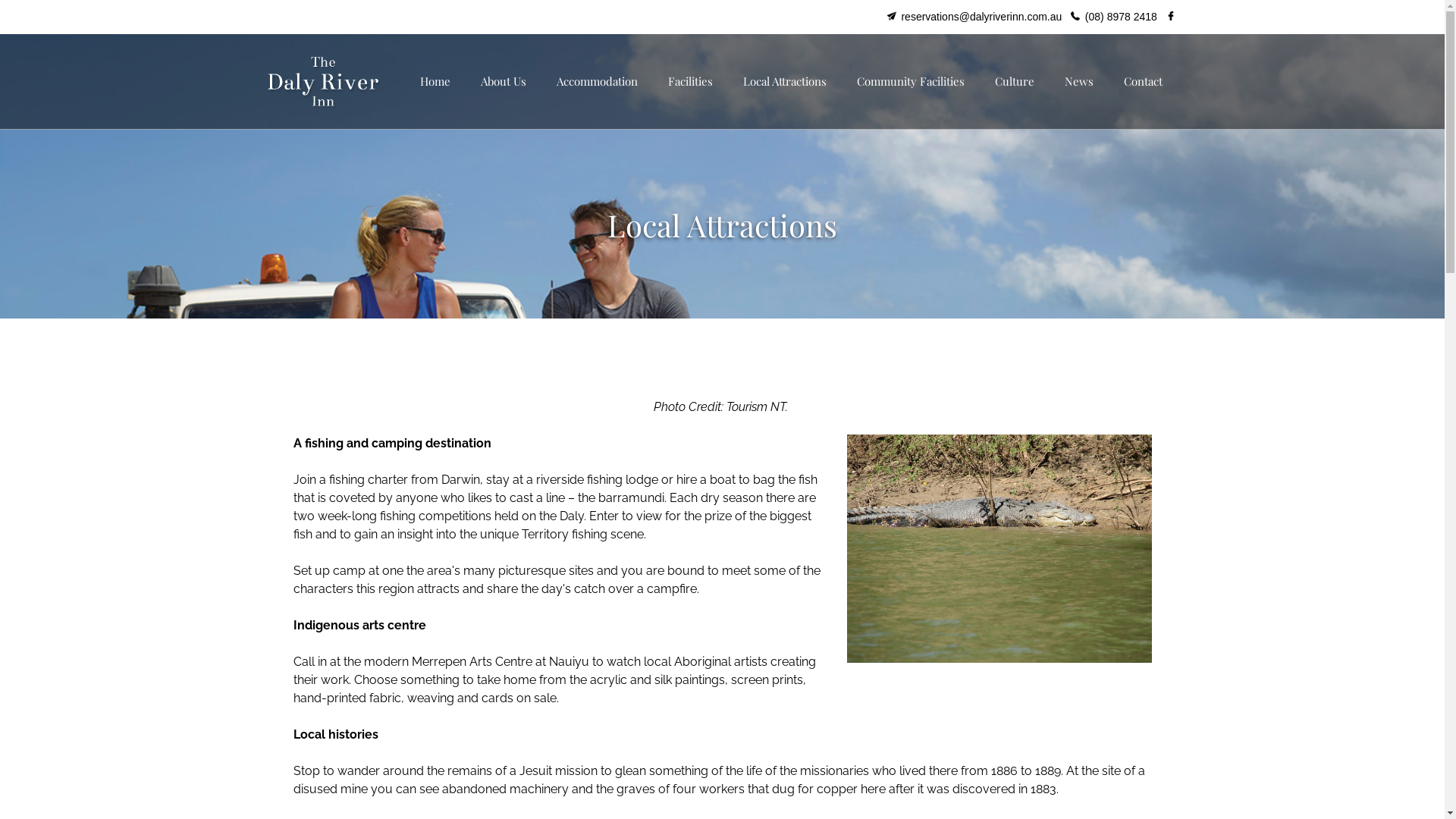  What do you see at coordinates (1078, 81) in the screenshot?
I see `'News'` at bounding box center [1078, 81].